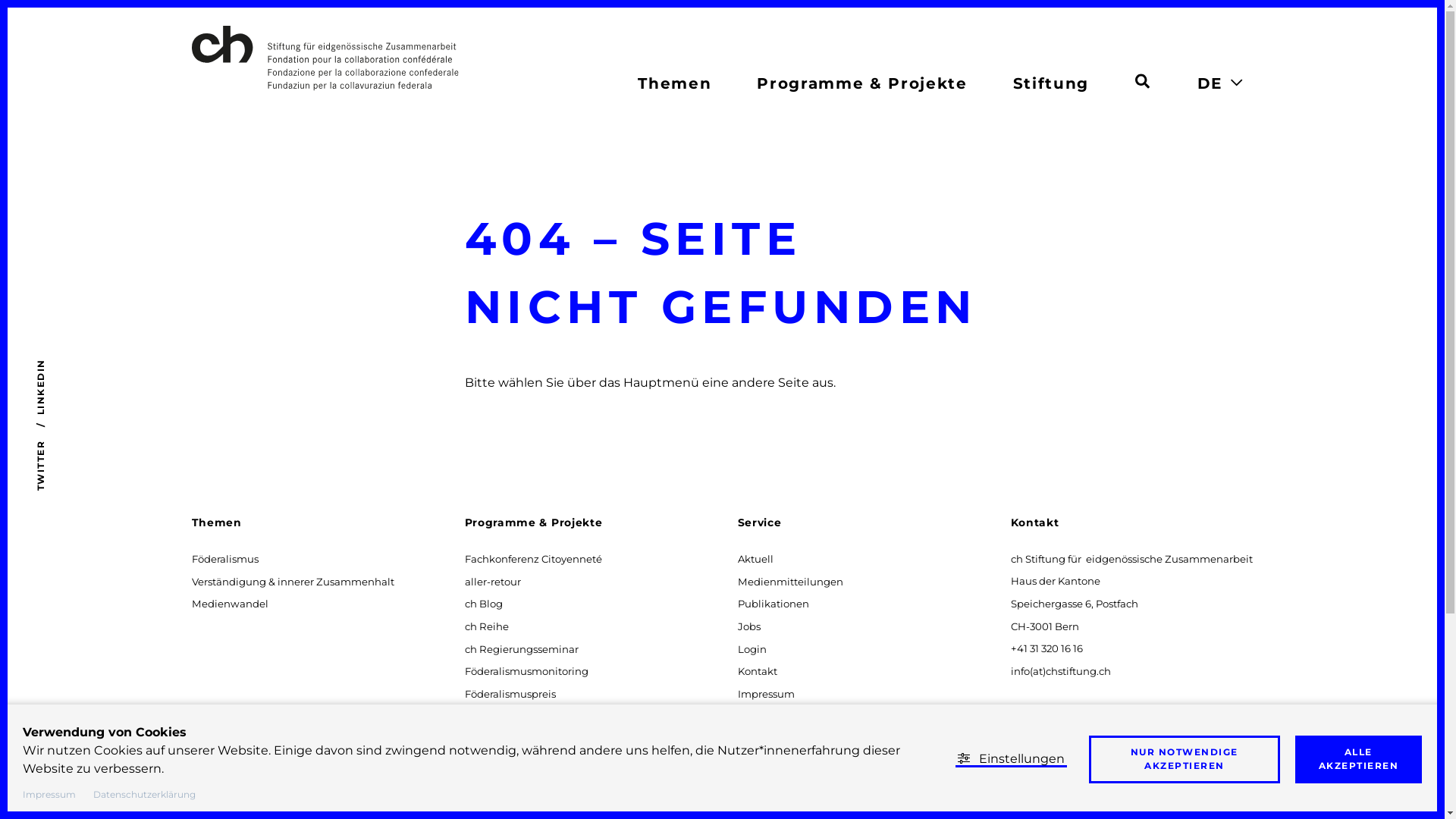  What do you see at coordinates (1208, 83) in the screenshot?
I see `'DE'` at bounding box center [1208, 83].